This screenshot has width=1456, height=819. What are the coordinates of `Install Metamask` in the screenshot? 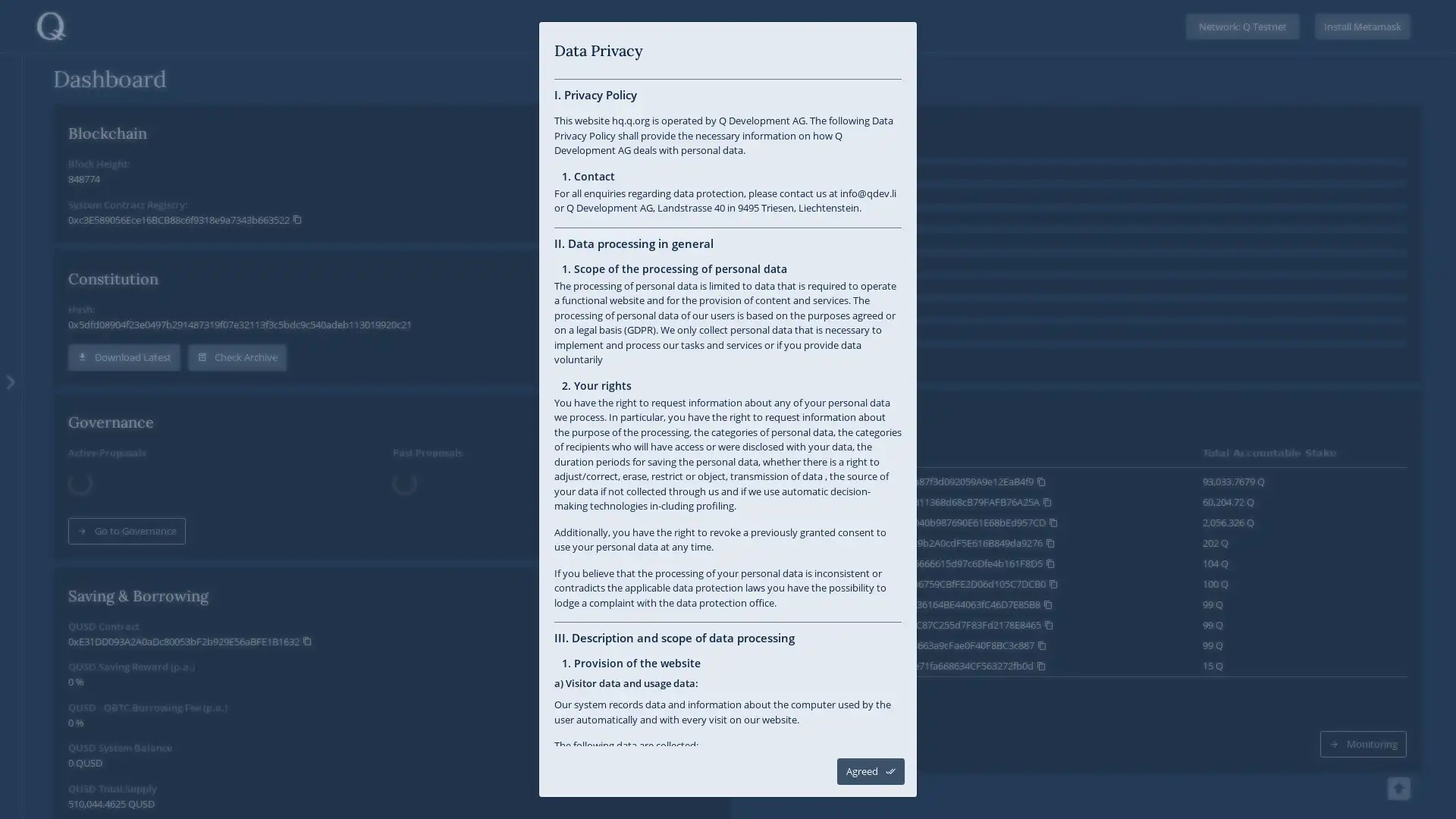 It's located at (1362, 26).